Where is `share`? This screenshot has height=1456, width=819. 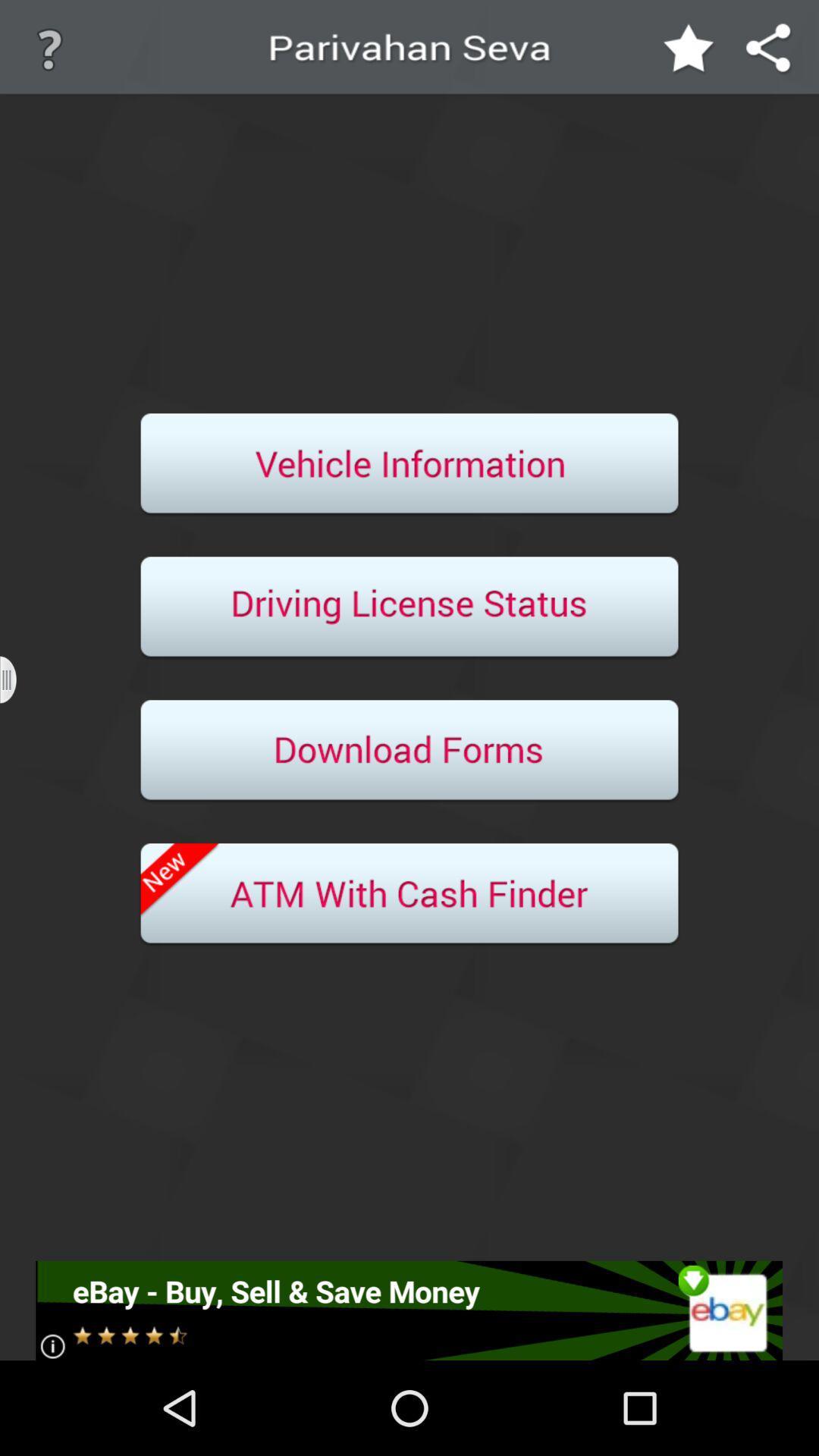
share is located at coordinates (769, 49).